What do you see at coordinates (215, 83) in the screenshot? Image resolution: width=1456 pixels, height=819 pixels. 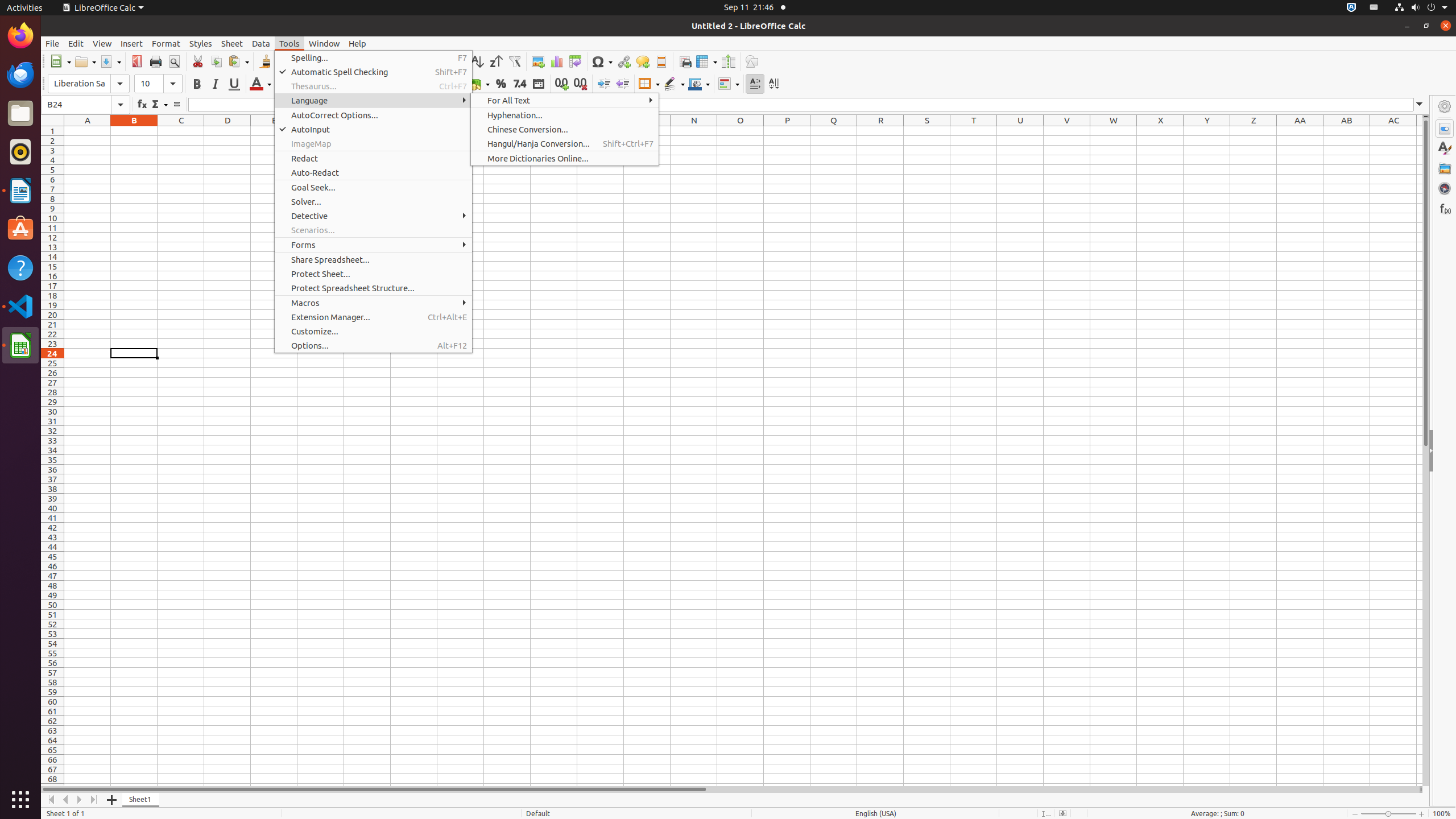 I see `'Italic'` at bounding box center [215, 83].